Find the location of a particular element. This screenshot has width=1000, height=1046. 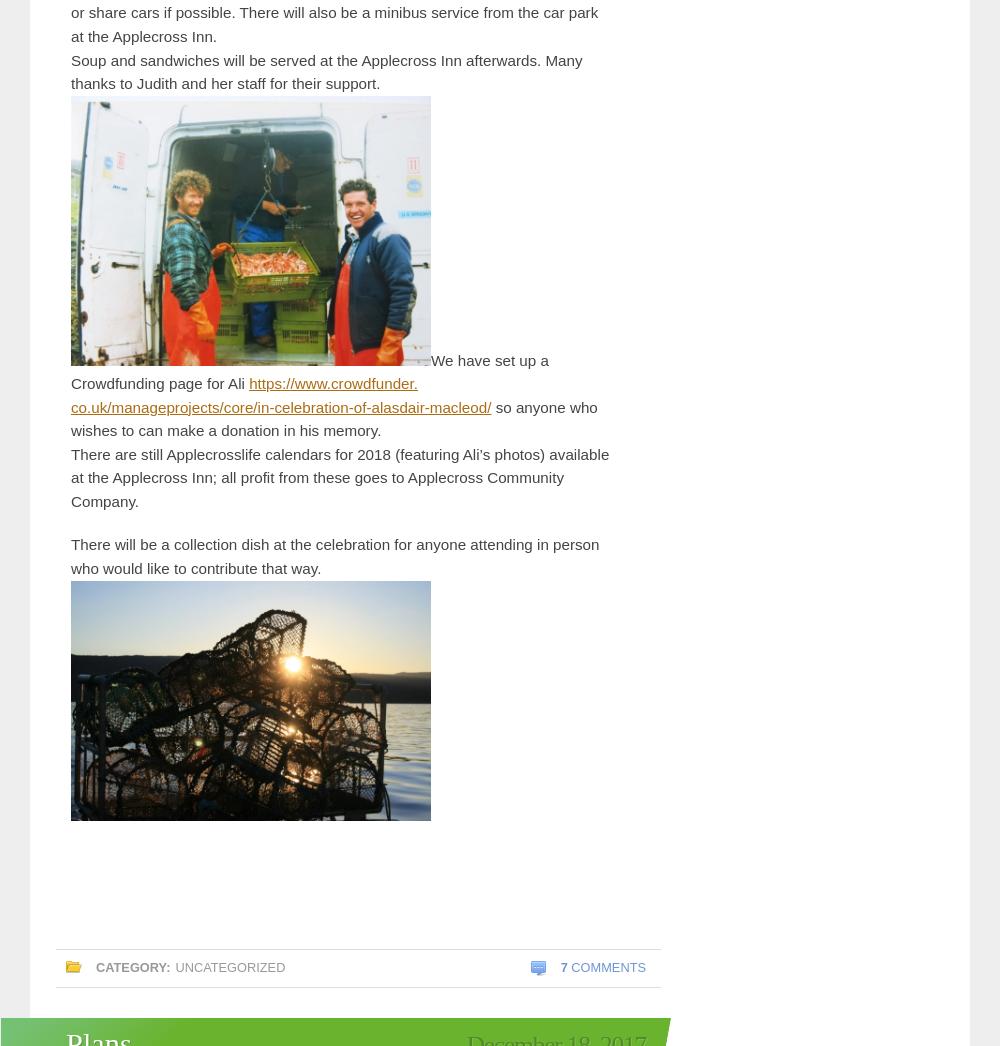

'There are still Applecrosslife calendars for 2018 (featuring Ali’s photos) available at the Applecross Inn; all profit from these goes to Applecross Community Company.' is located at coordinates (70, 476).